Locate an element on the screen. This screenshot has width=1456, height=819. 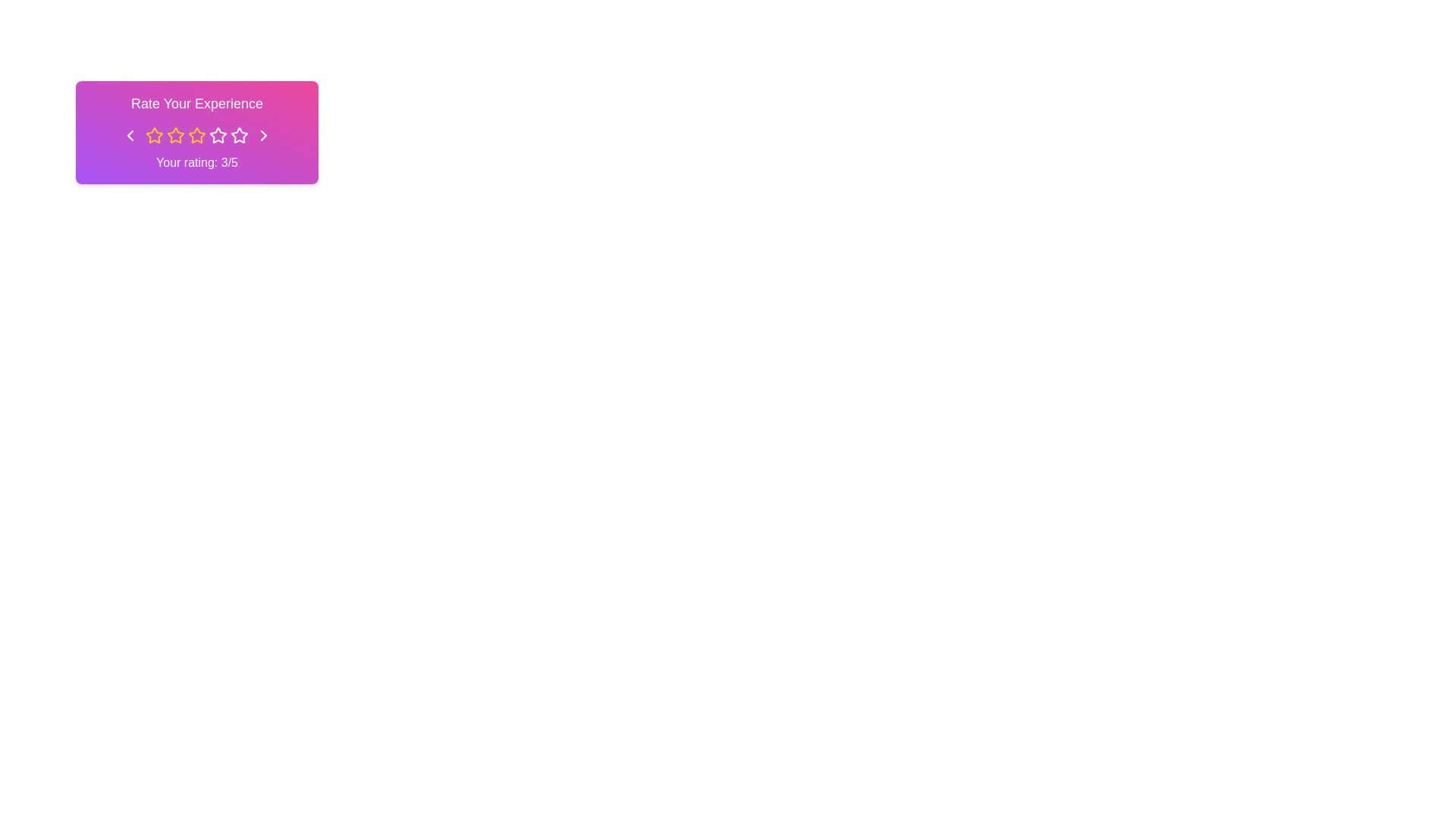
the Chevron icon button located at the far left of the horizontal group, which changes its color to indicate interaction is located at coordinates (130, 134).